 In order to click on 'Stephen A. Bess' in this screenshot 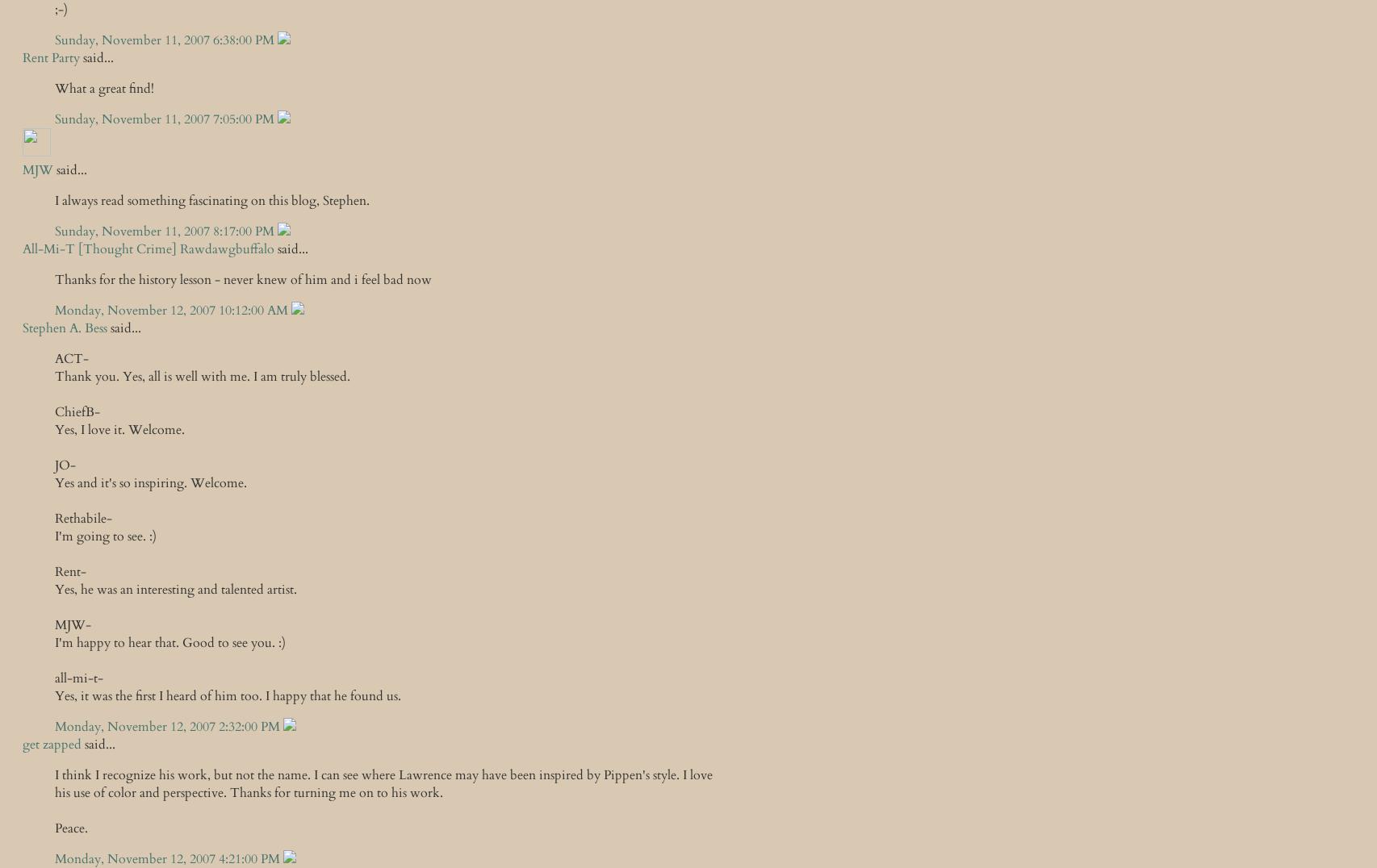, I will do `click(65, 328)`.